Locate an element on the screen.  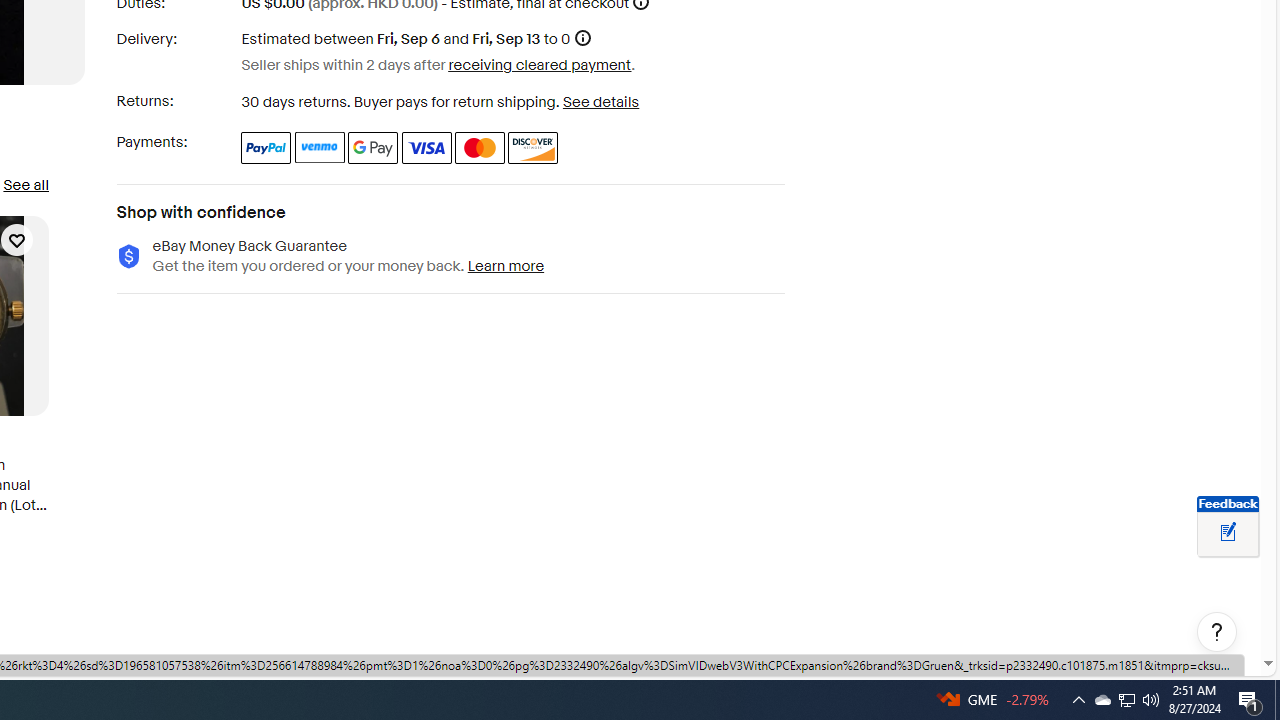
'Google Pay' is located at coordinates (373, 146).